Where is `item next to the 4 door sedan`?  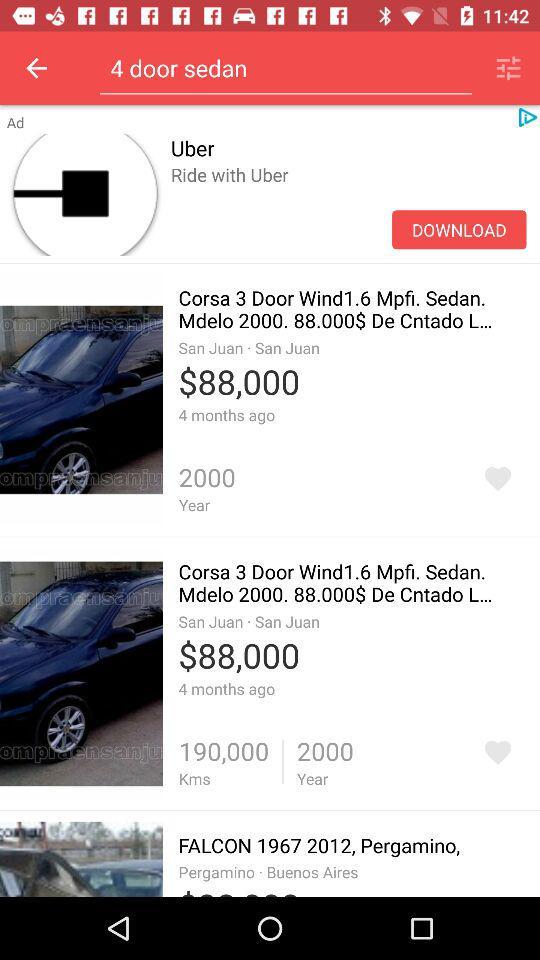
item next to the 4 door sedan is located at coordinates (508, 68).